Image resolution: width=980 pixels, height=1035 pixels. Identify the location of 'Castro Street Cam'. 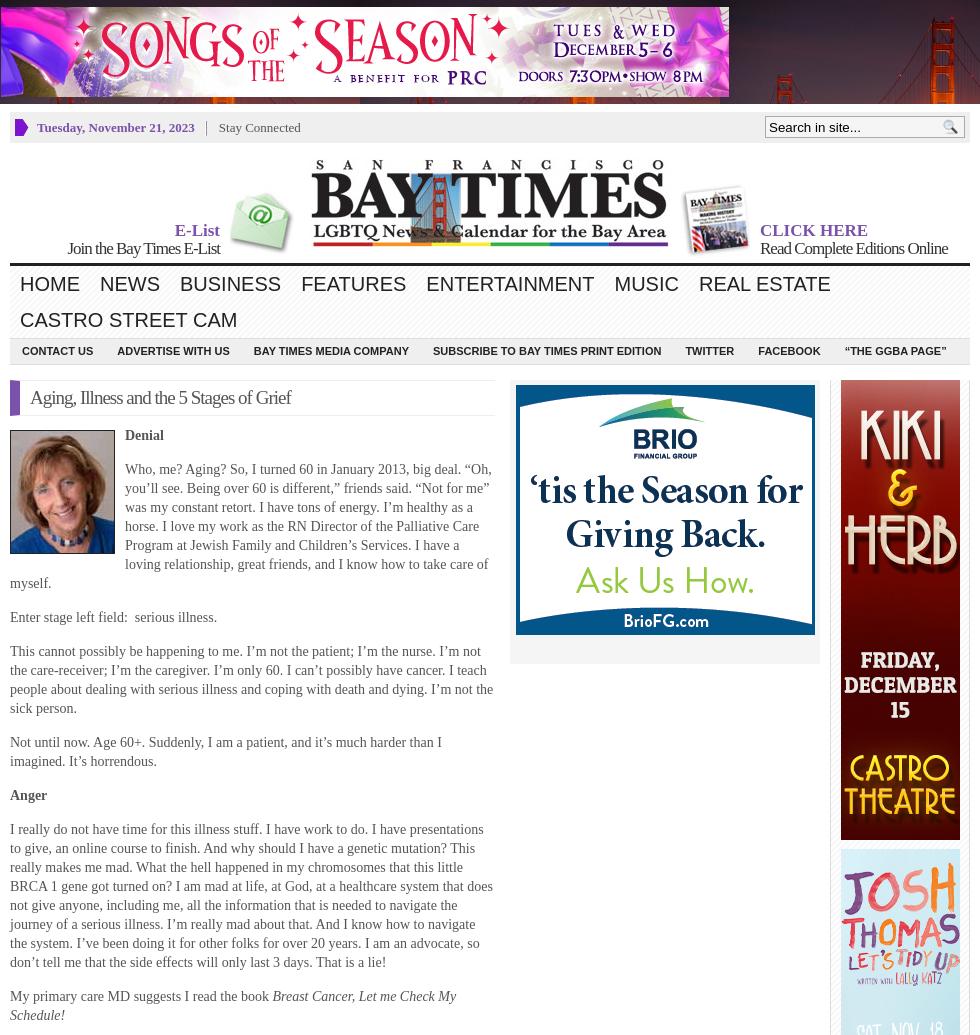
(128, 318).